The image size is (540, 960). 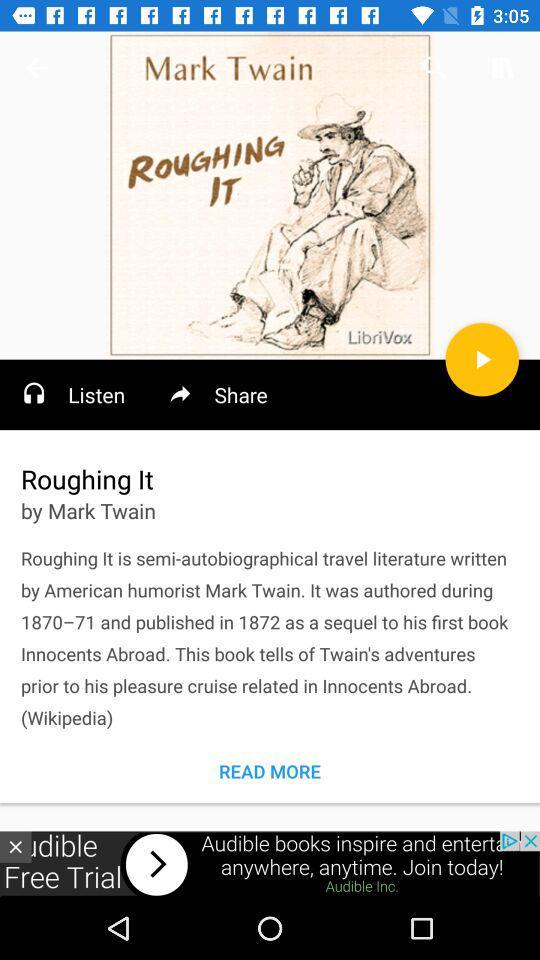 What do you see at coordinates (481, 359) in the screenshot?
I see `the play icon` at bounding box center [481, 359].